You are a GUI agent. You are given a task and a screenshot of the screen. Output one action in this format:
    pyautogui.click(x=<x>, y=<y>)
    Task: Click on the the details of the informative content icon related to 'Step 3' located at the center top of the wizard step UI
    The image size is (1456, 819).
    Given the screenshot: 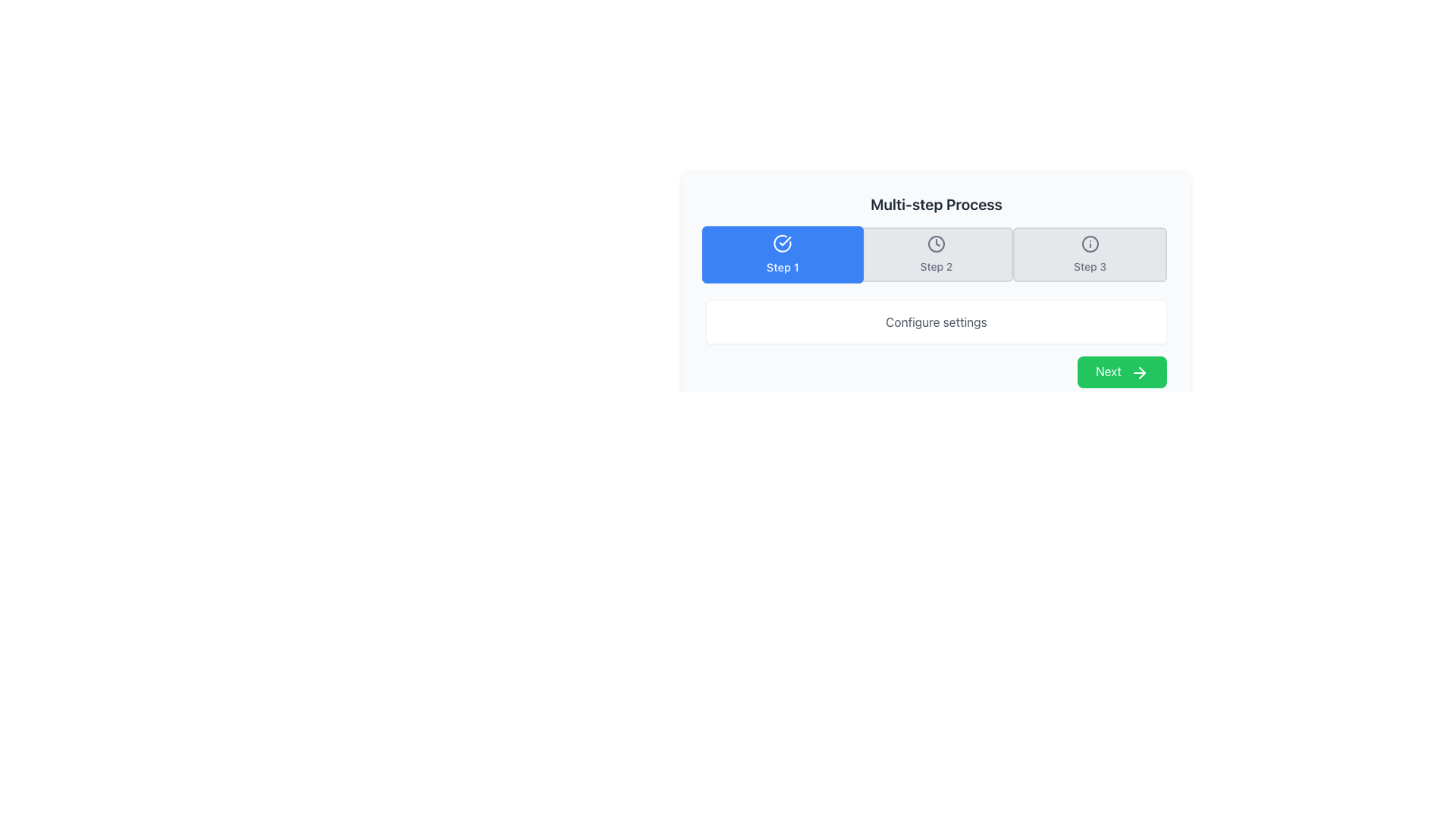 What is the action you would take?
    pyautogui.click(x=1089, y=243)
    